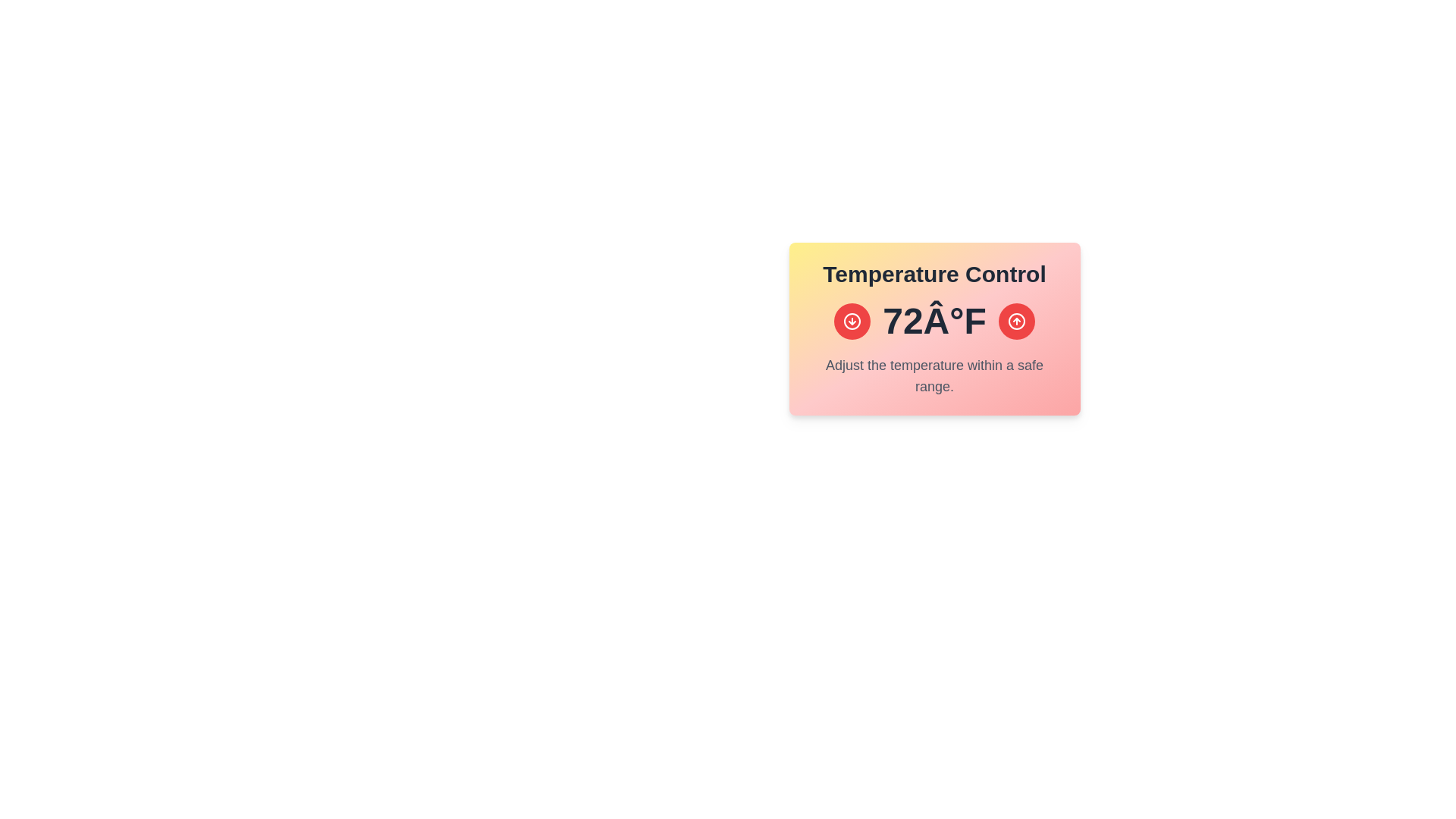  I want to click on the down arrow button to decrease the temperature, so click(852, 321).